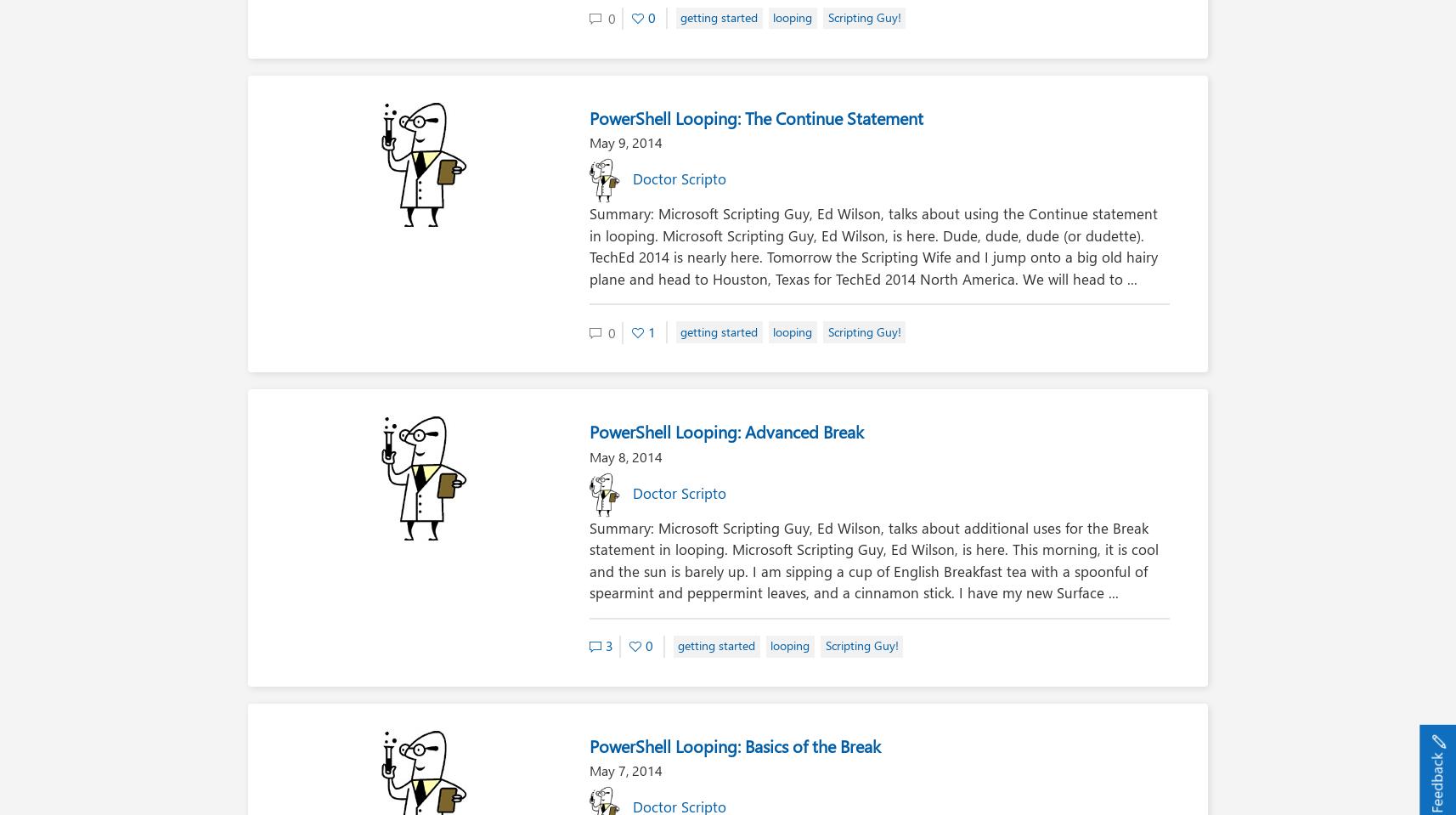 Image resolution: width=1456 pixels, height=815 pixels. What do you see at coordinates (872, 245) in the screenshot?
I see `'Summary: Microsoft Scripting Guy, Ed Wilson, talks about using the Continue statement in looping.

Microsoft Scripting Guy, Ed Wilson, is here. Dude, dude, dude (or dudette). TechEd 2014 is nearly here. Tomorrow the Scripting Wife and I jump onto a big old hairy plane and head to Houston, Texas for TechEd 2014 North America.

We will head to ...'` at bounding box center [872, 245].